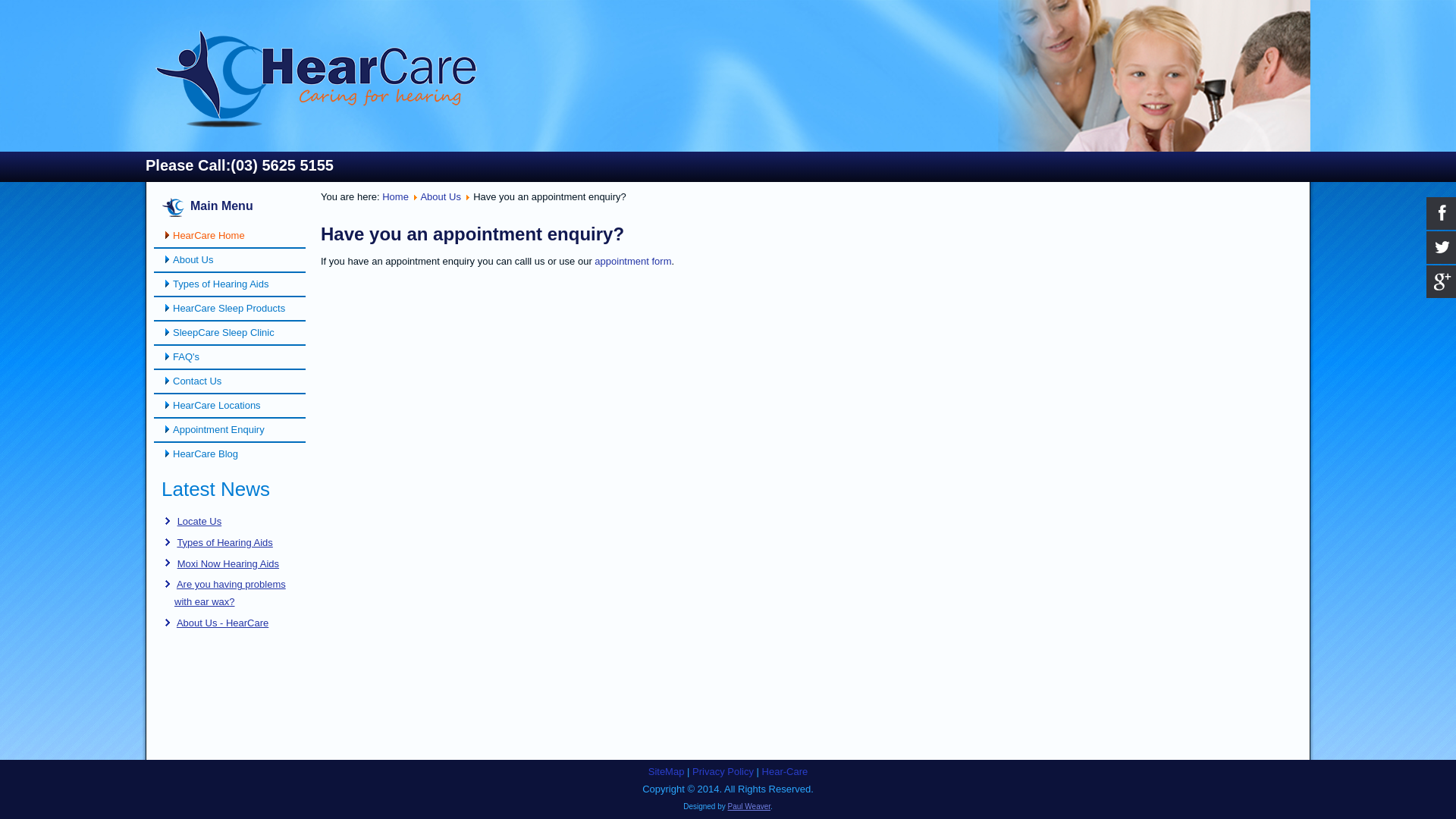  What do you see at coordinates (228, 308) in the screenshot?
I see `'HearCare Sleep Products'` at bounding box center [228, 308].